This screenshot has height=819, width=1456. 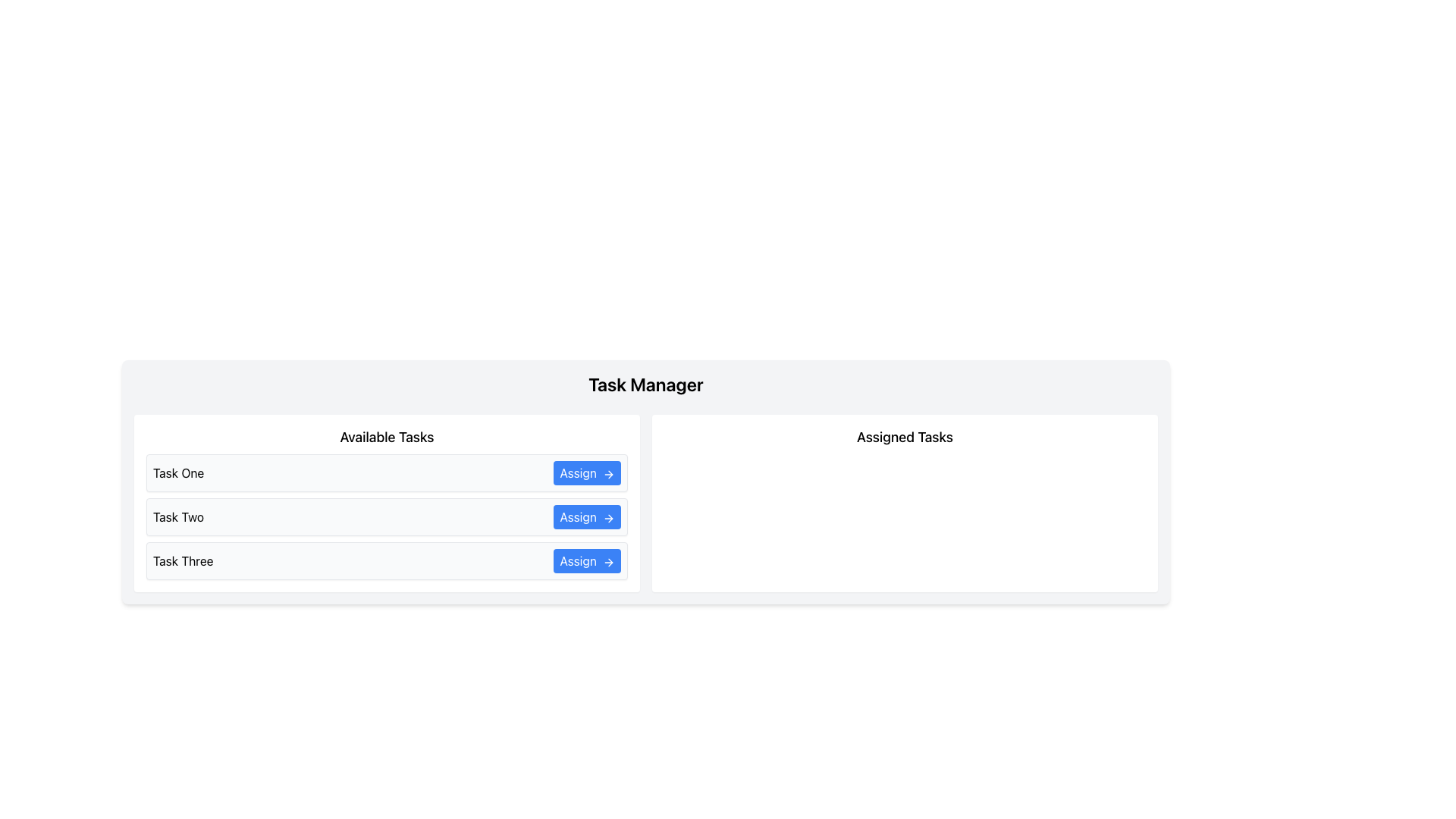 What do you see at coordinates (610, 517) in the screenshot?
I see `right-pointing chevron icon located within the SVG graphic adjacent to the blue 'Assign' button in the 'Available Tasks' section` at bounding box center [610, 517].